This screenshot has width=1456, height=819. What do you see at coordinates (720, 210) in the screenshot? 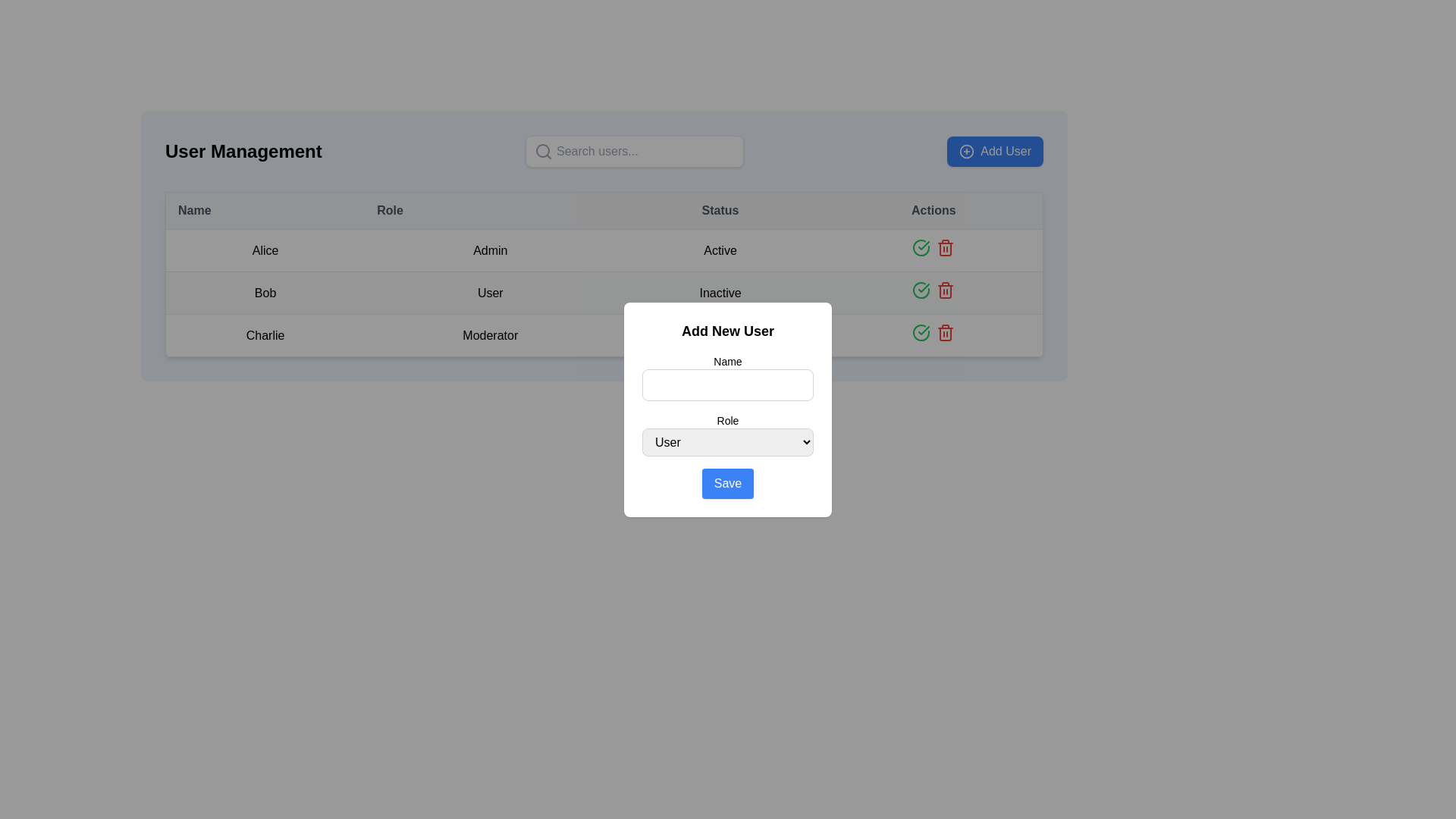
I see `the 'Status' text label in bold, centered style, displayed in gray color, located in the header row of the User Management section, between 'Role' and 'Actions'` at bounding box center [720, 210].